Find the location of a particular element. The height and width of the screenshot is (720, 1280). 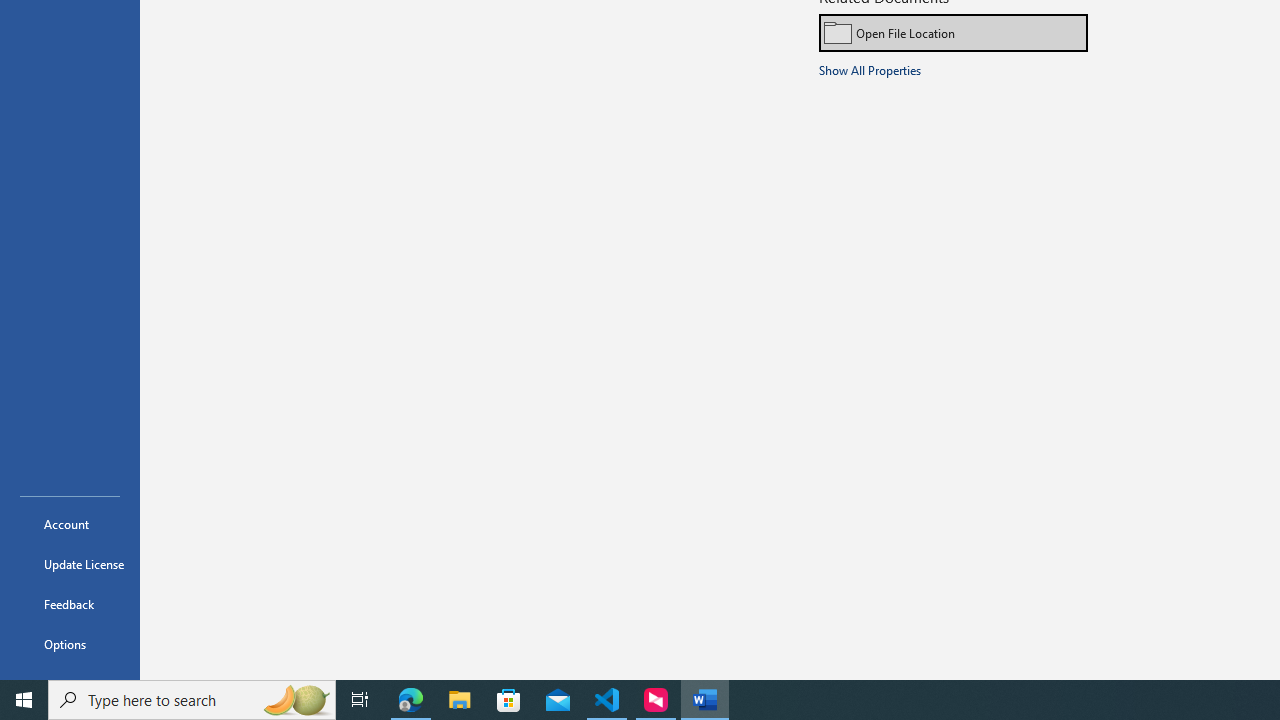

'Update License' is located at coordinates (69, 564).